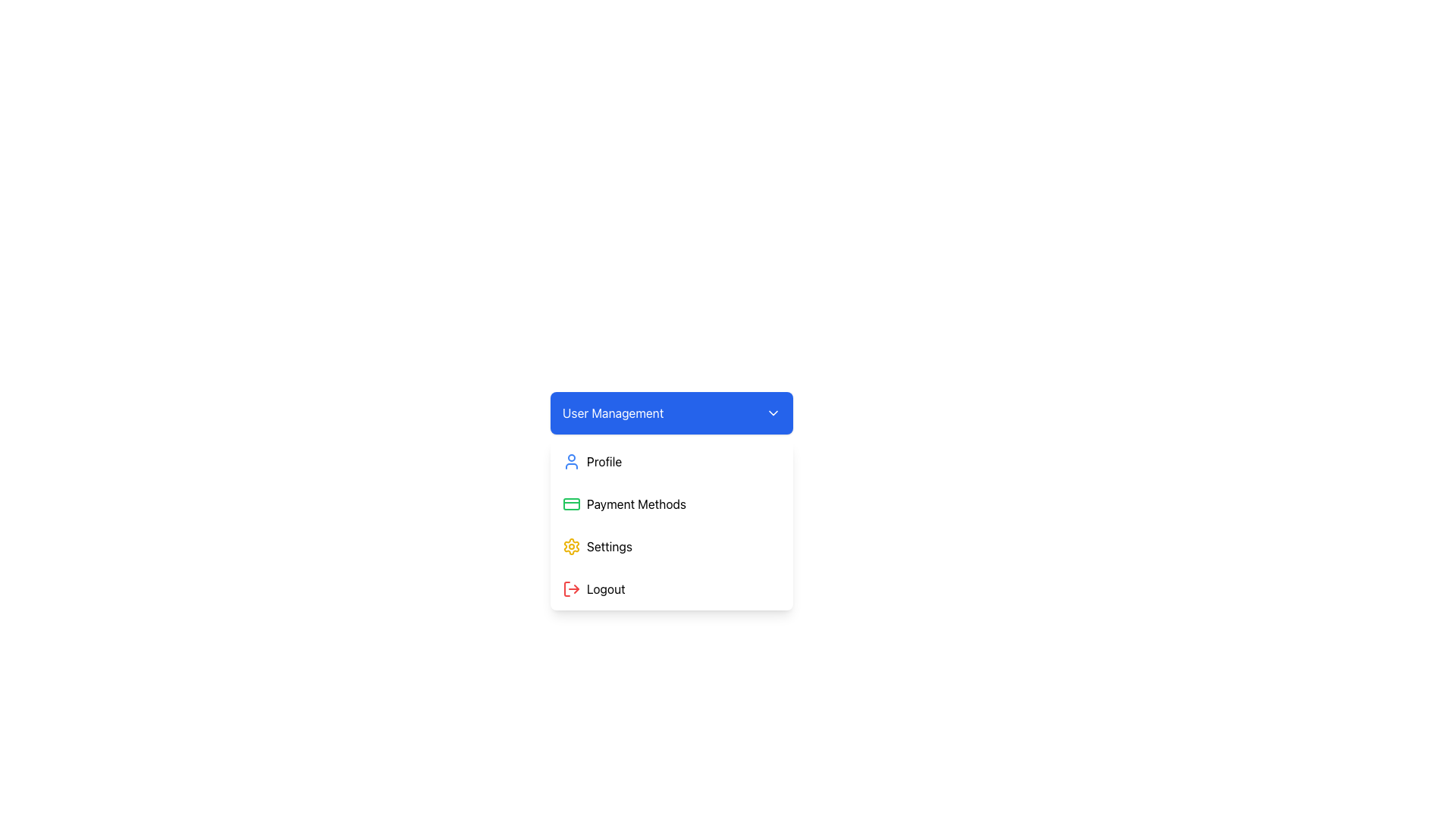 Image resolution: width=1456 pixels, height=819 pixels. What do you see at coordinates (570, 504) in the screenshot?
I see `the payment methods icon located near the left of the 'Payment Methods' text in the dropdown menu under the 'User Management' section` at bounding box center [570, 504].